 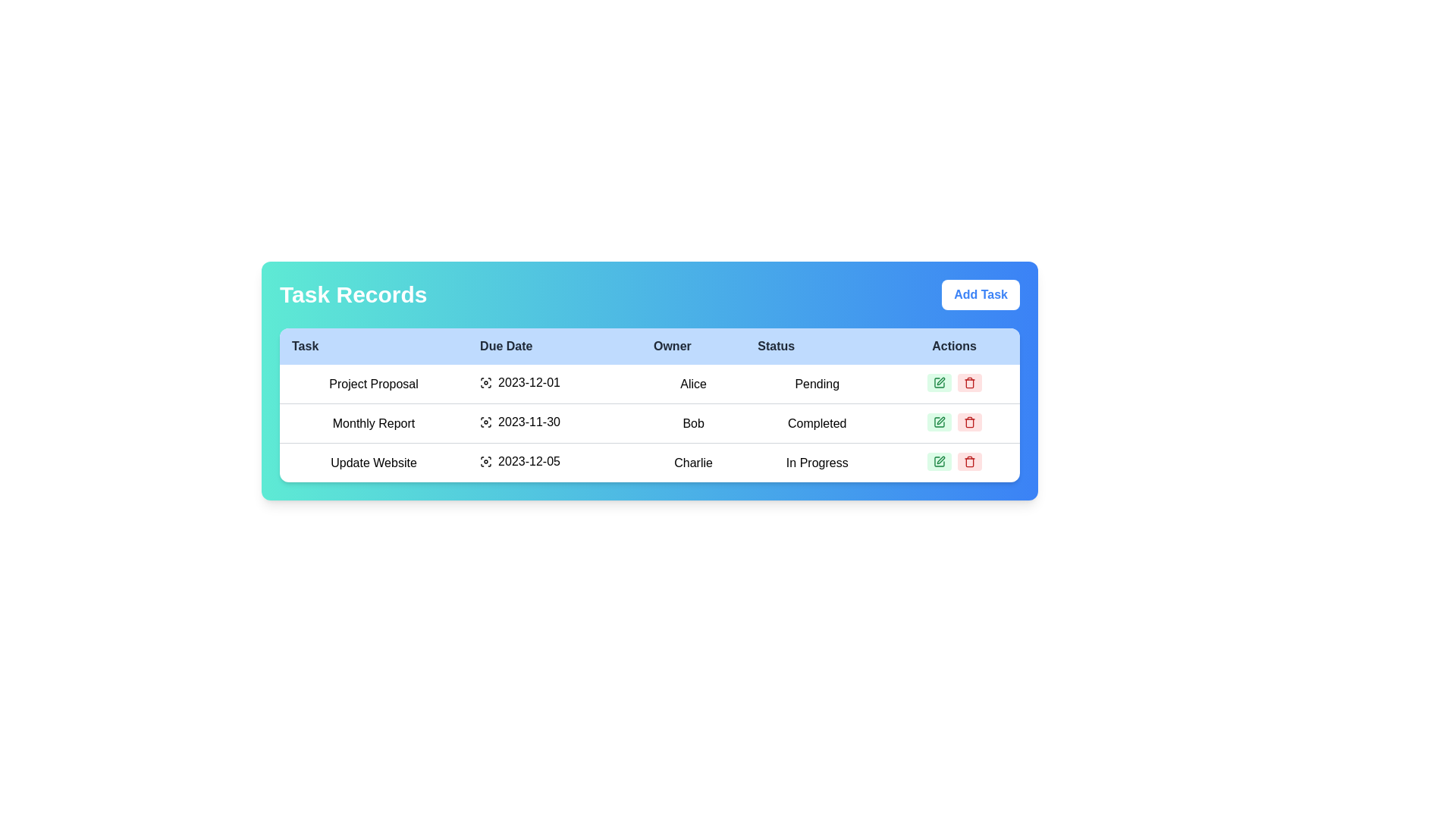 What do you see at coordinates (953, 346) in the screenshot?
I see `the text label that displays the word 'Actions', which is styled with a bold font and centered alignment inside a light blue header bar, located in the last column of the header row within a table, to the right of the 'Status' column header` at bounding box center [953, 346].